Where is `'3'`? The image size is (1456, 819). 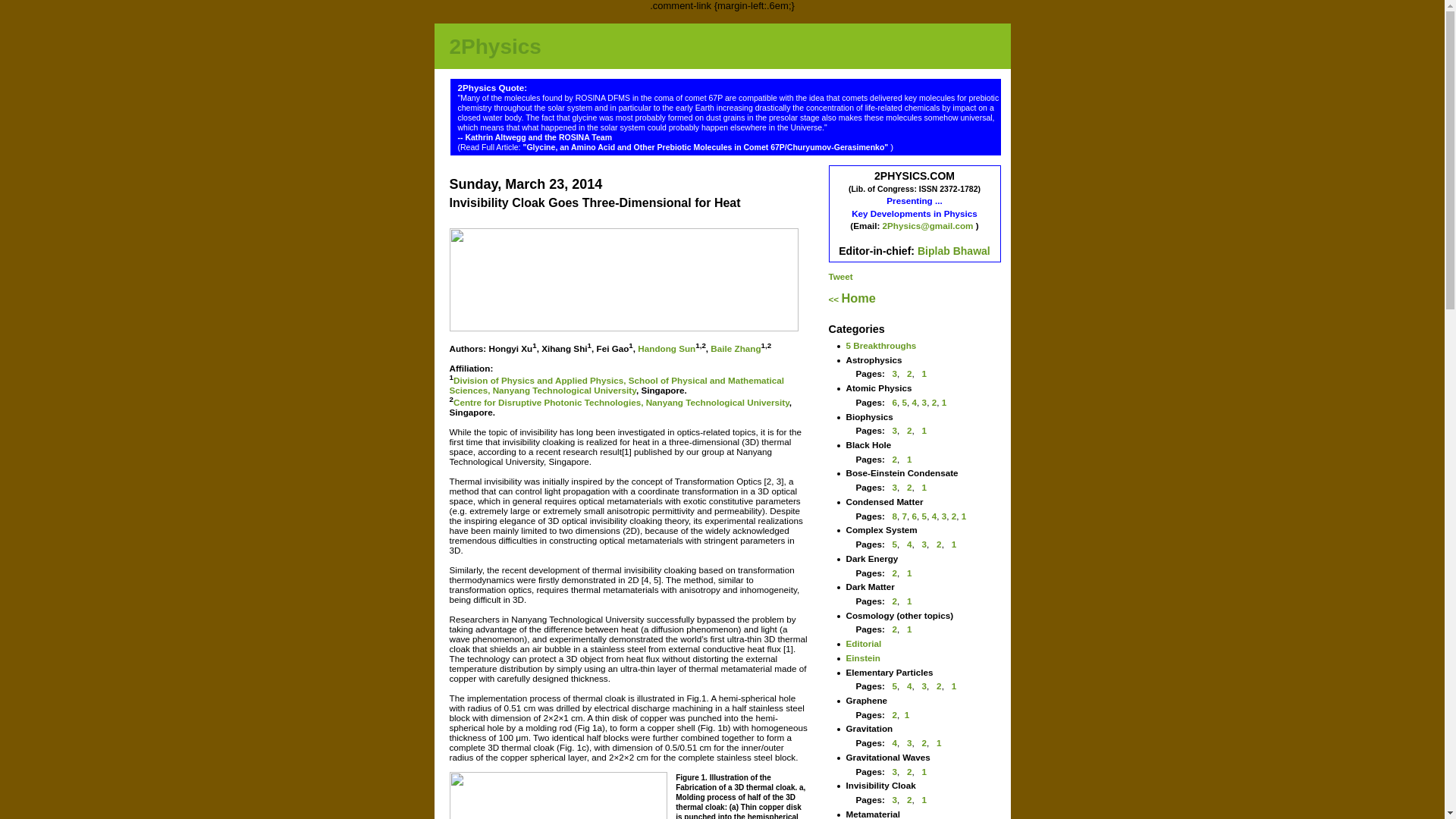 '3' is located at coordinates (924, 401).